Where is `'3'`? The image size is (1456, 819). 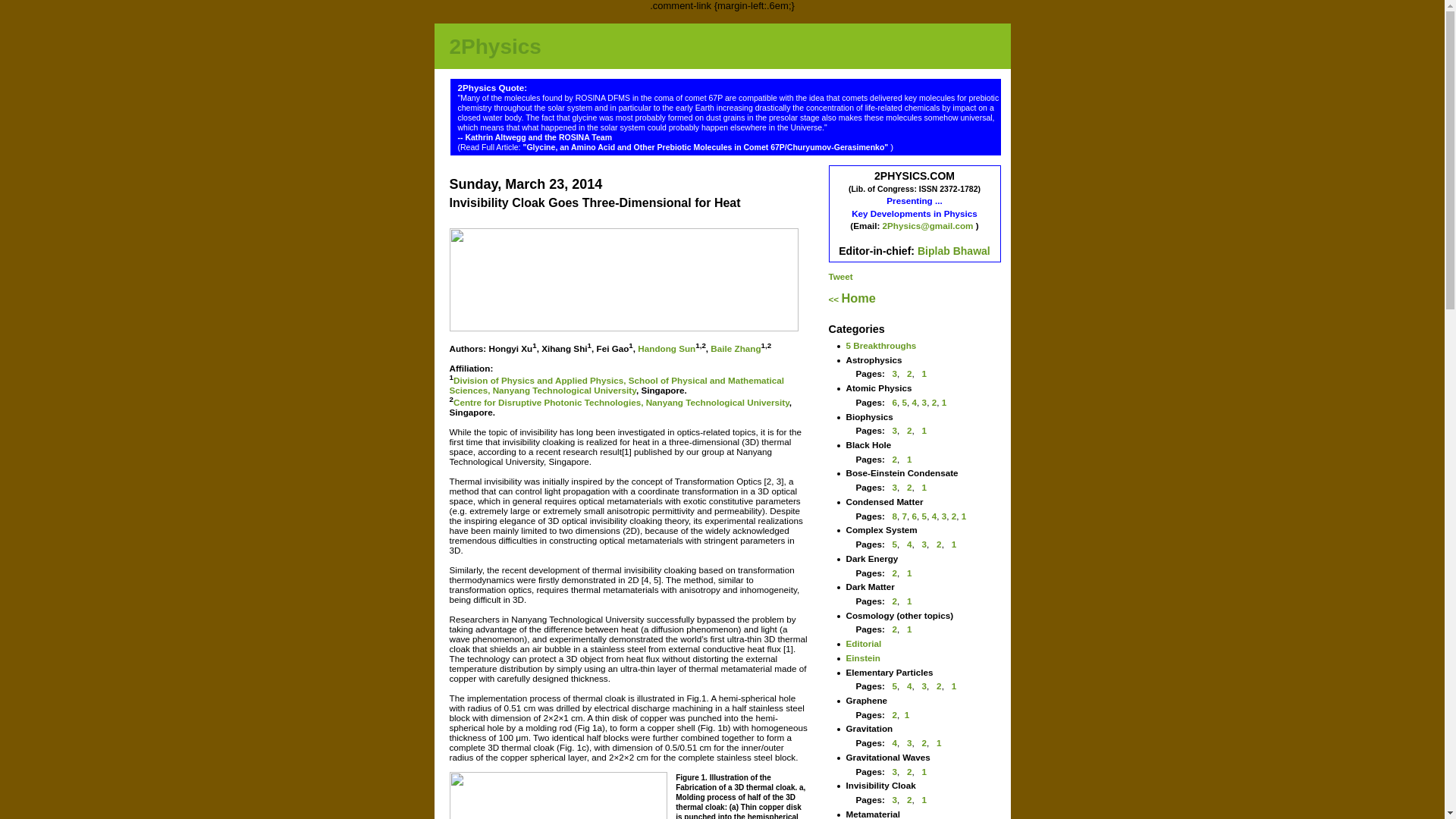 '3' is located at coordinates (924, 401).